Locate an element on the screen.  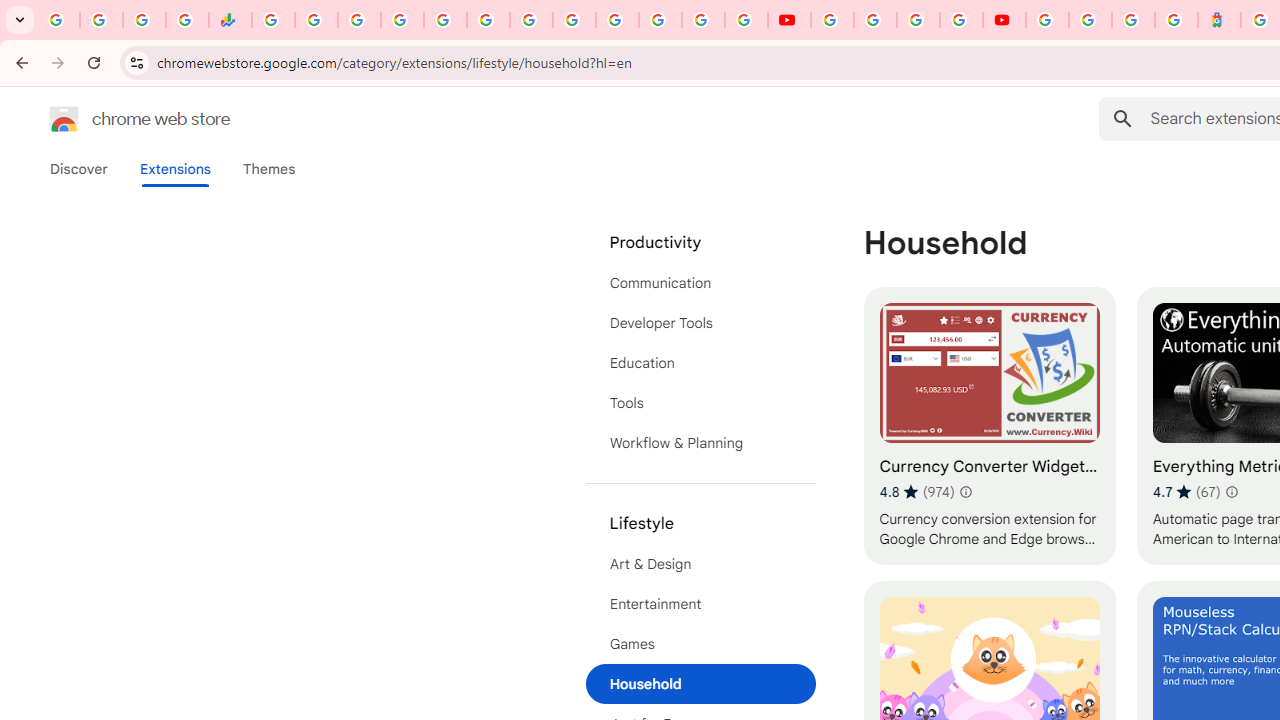
'Average rating 4.8 out of 5 stars. 974 ratings.' is located at coordinates (916, 491).